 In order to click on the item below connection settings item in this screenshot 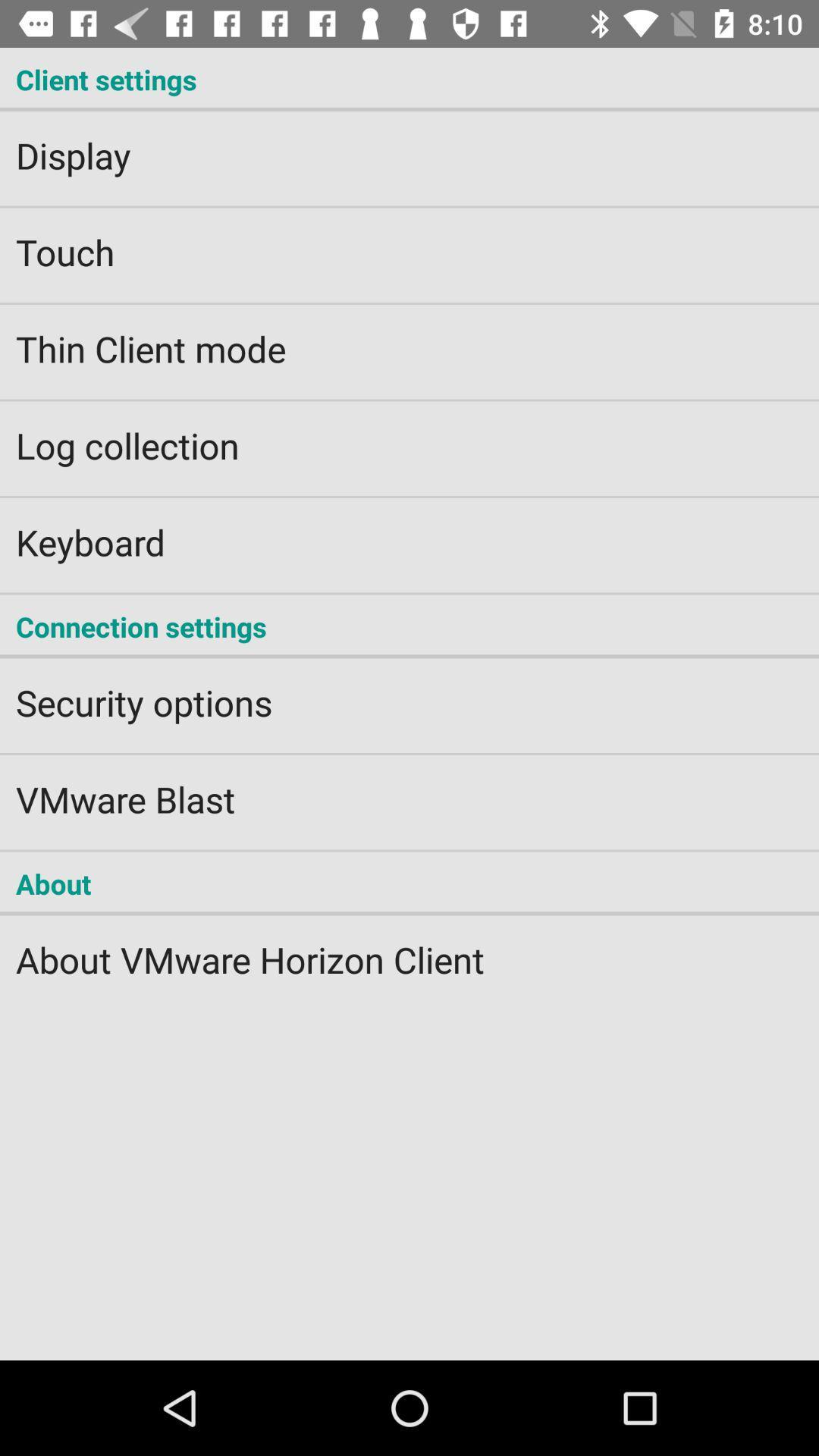, I will do `click(409, 692)`.